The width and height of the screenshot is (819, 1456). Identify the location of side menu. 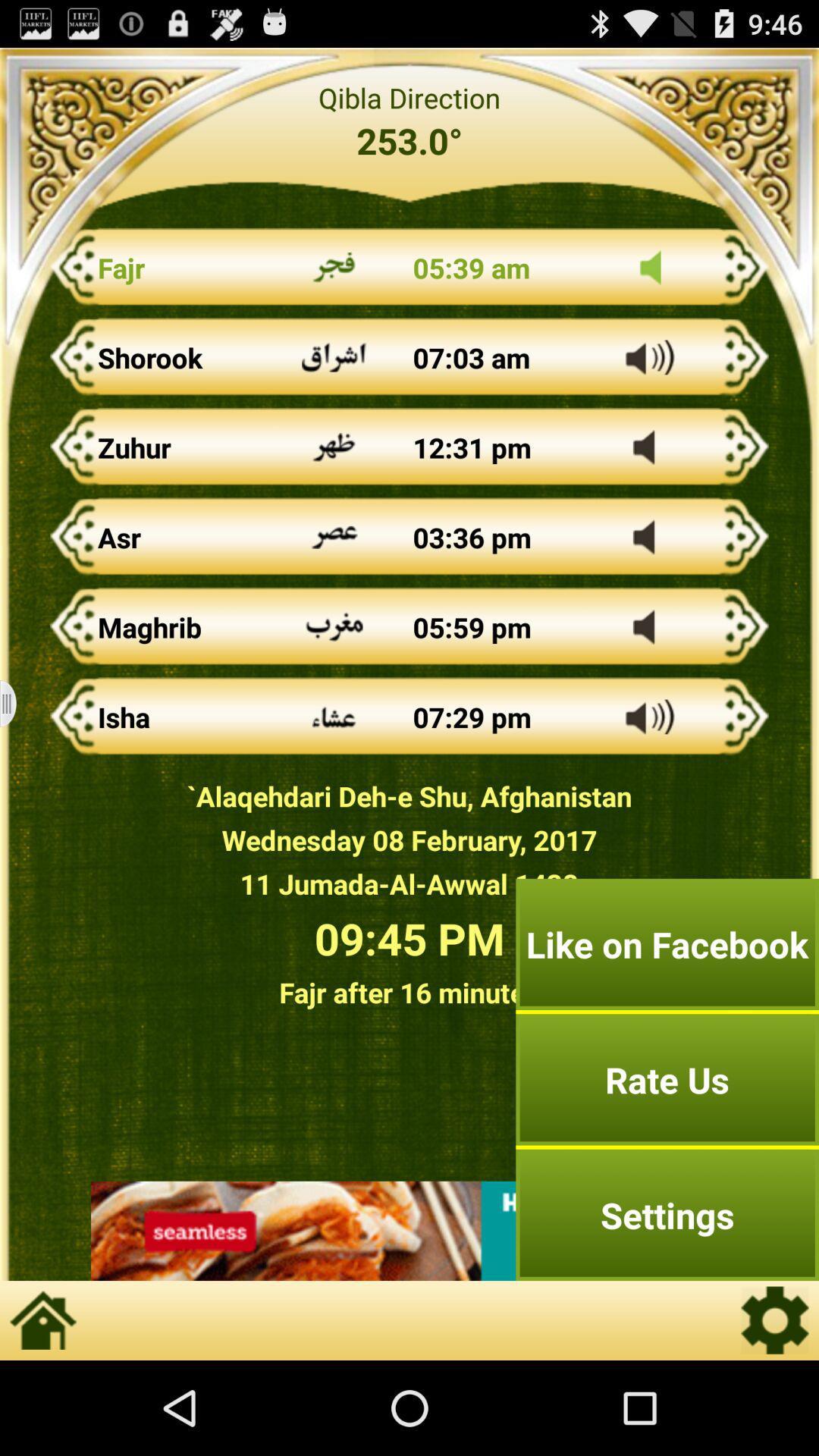
(17, 703).